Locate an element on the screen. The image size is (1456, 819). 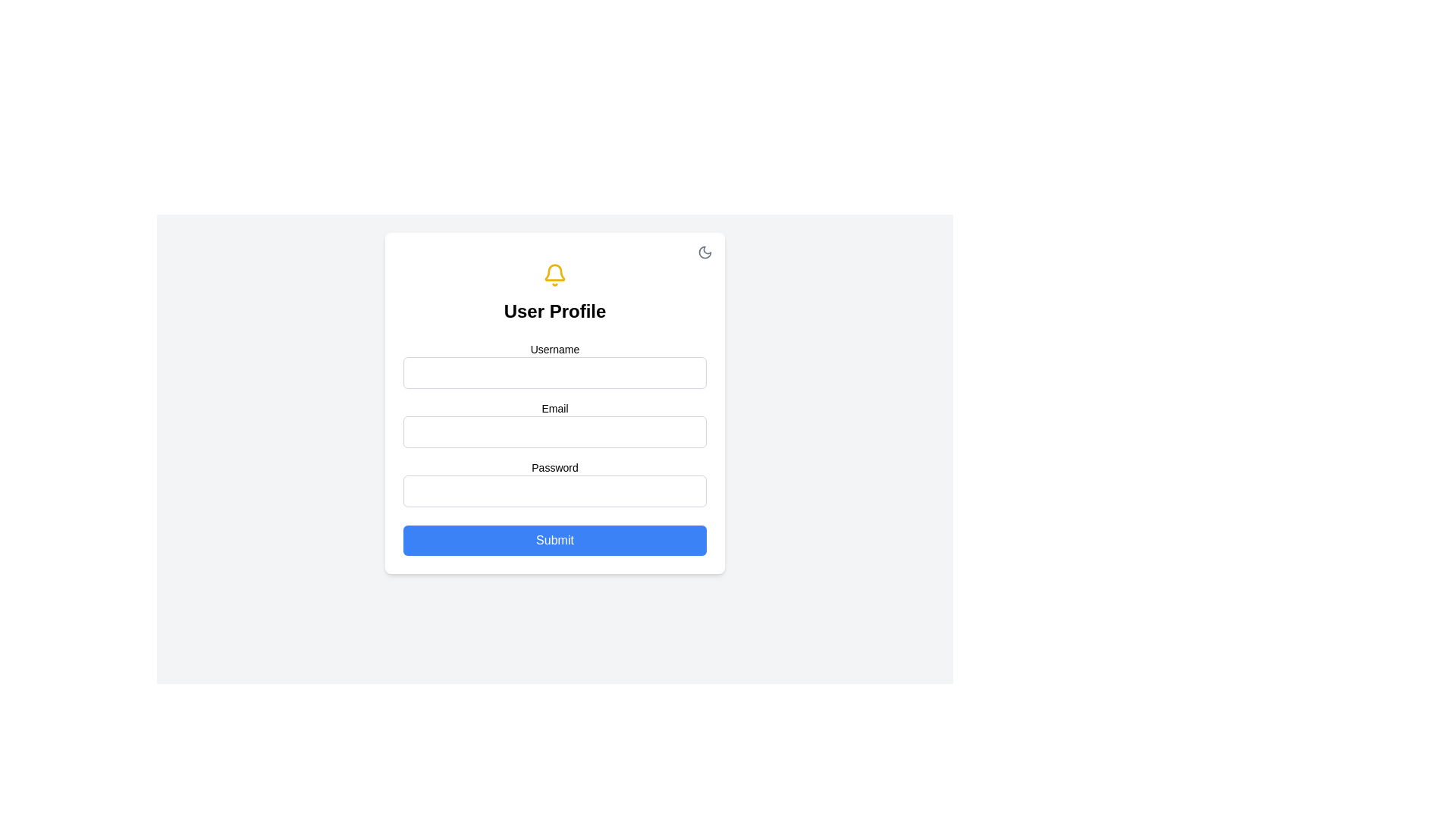
the bell icon, which serves as a notification indicator is located at coordinates (554, 275).